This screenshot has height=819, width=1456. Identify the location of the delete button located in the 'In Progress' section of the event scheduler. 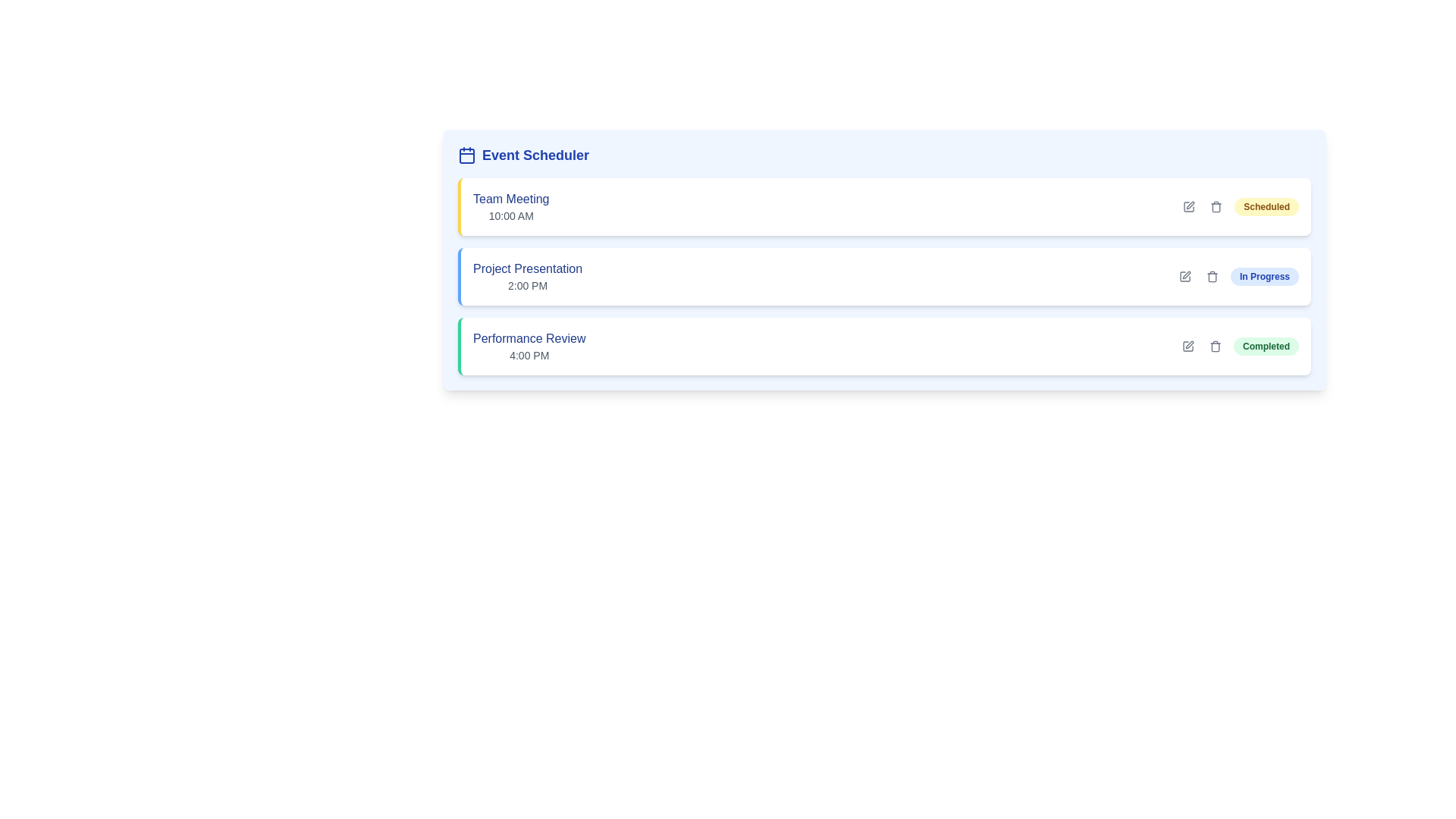
(1211, 277).